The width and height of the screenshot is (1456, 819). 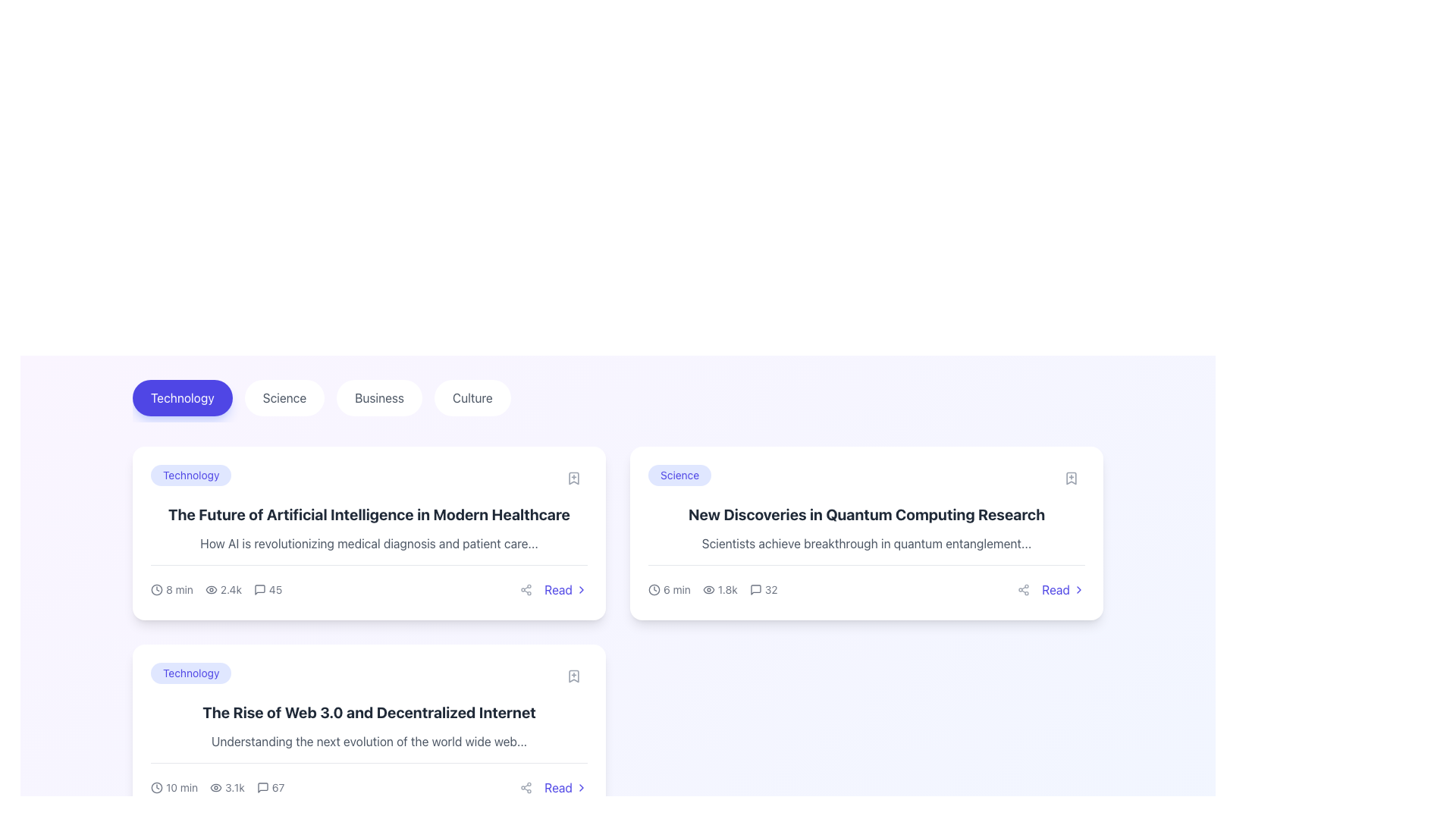 I want to click on the button or hyperlink at the bottom right corner of the 'New Discoveries in Quantum Computing Research' card, so click(x=1047, y=589).